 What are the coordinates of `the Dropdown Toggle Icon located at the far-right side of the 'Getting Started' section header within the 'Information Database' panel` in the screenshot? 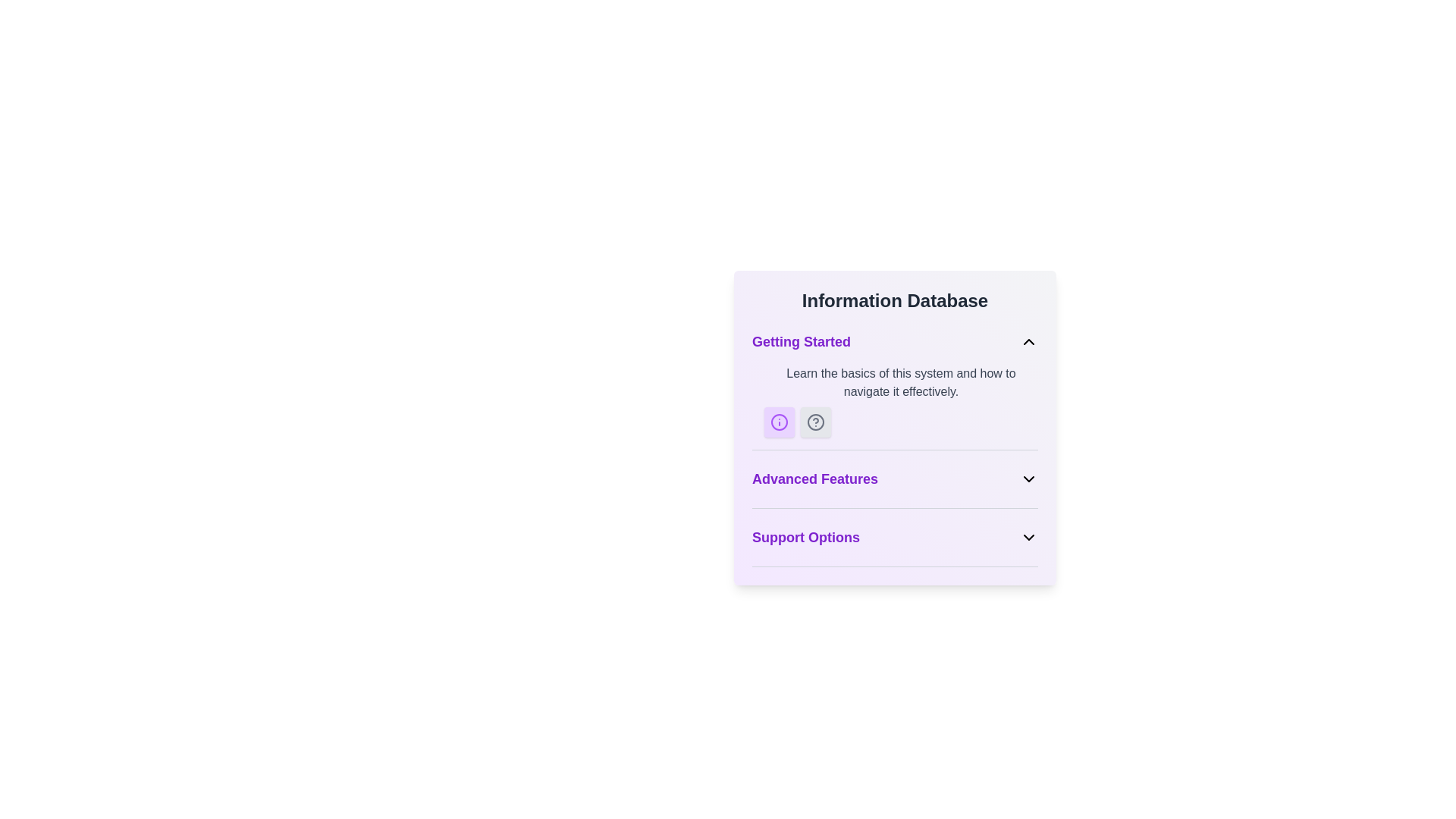 It's located at (1029, 342).